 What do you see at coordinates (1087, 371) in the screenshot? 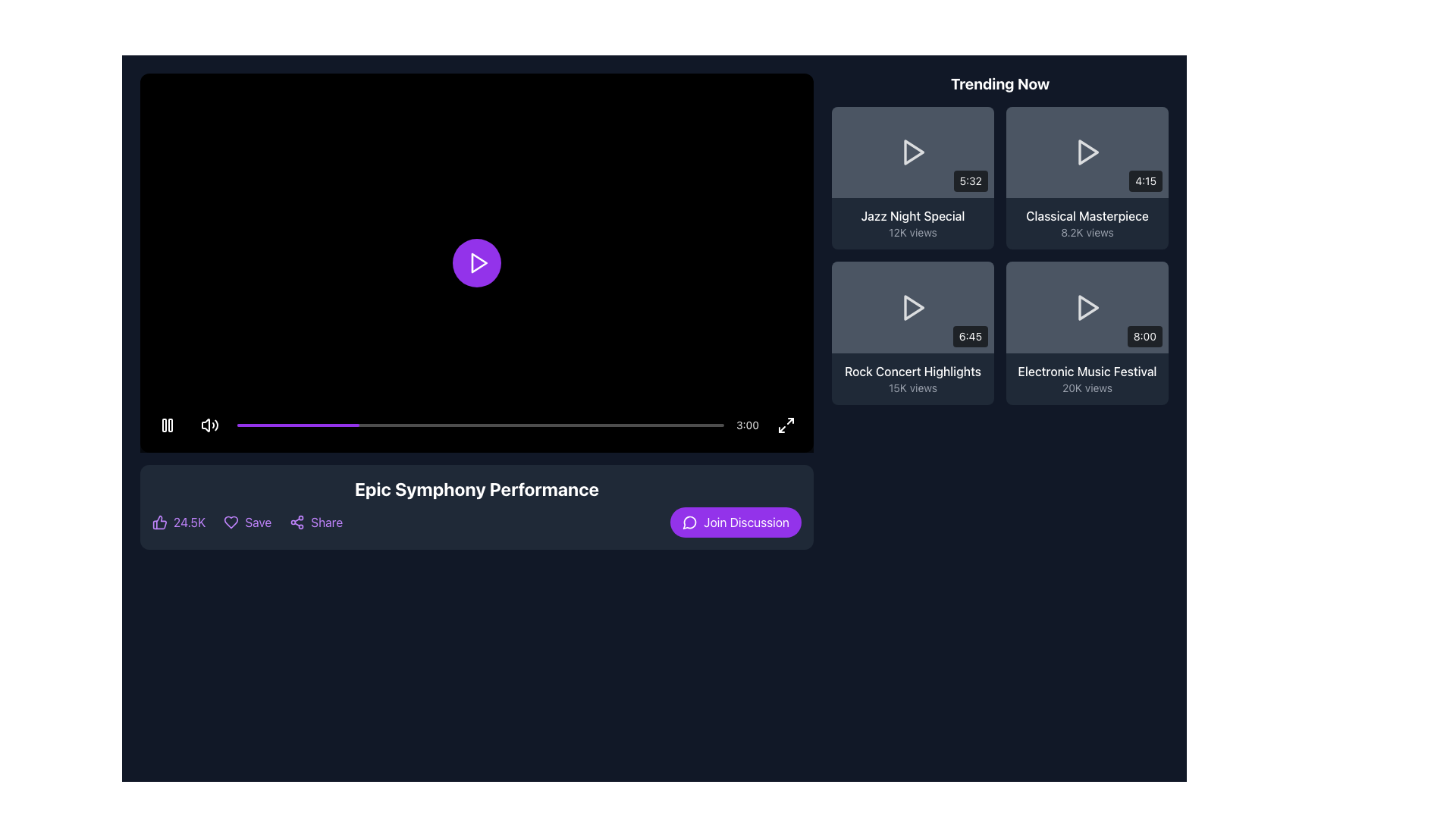
I see `text of the 'Electronic Music Festival' label located in the bottom-right corner of the 'Trending Now' section, above the '20K views' label` at bounding box center [1087, 371].